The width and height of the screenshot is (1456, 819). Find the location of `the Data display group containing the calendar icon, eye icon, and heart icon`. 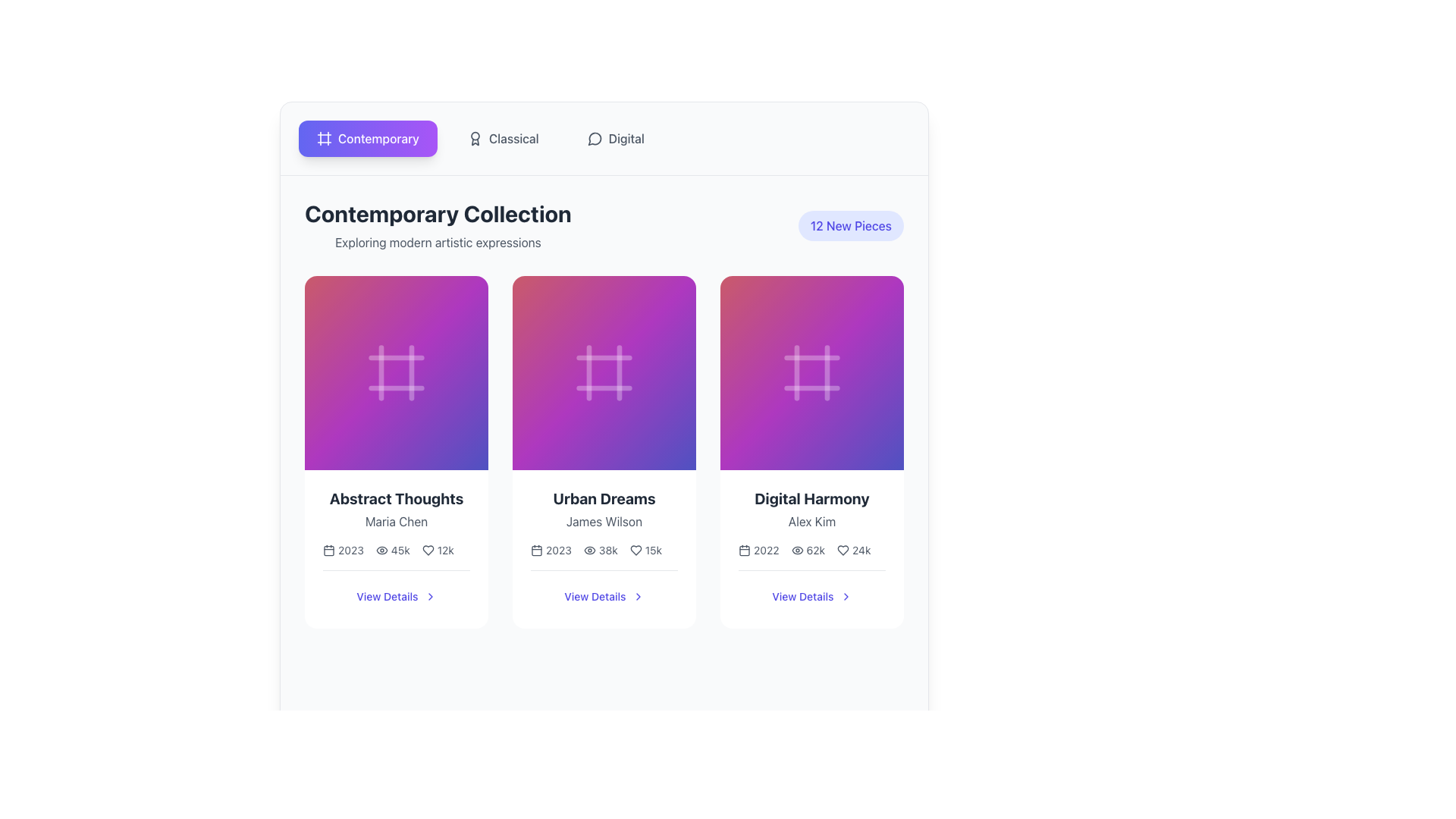

the Data display group containing the calendar icon, eye icon, and heart icon is located at coordinates (603, 550).